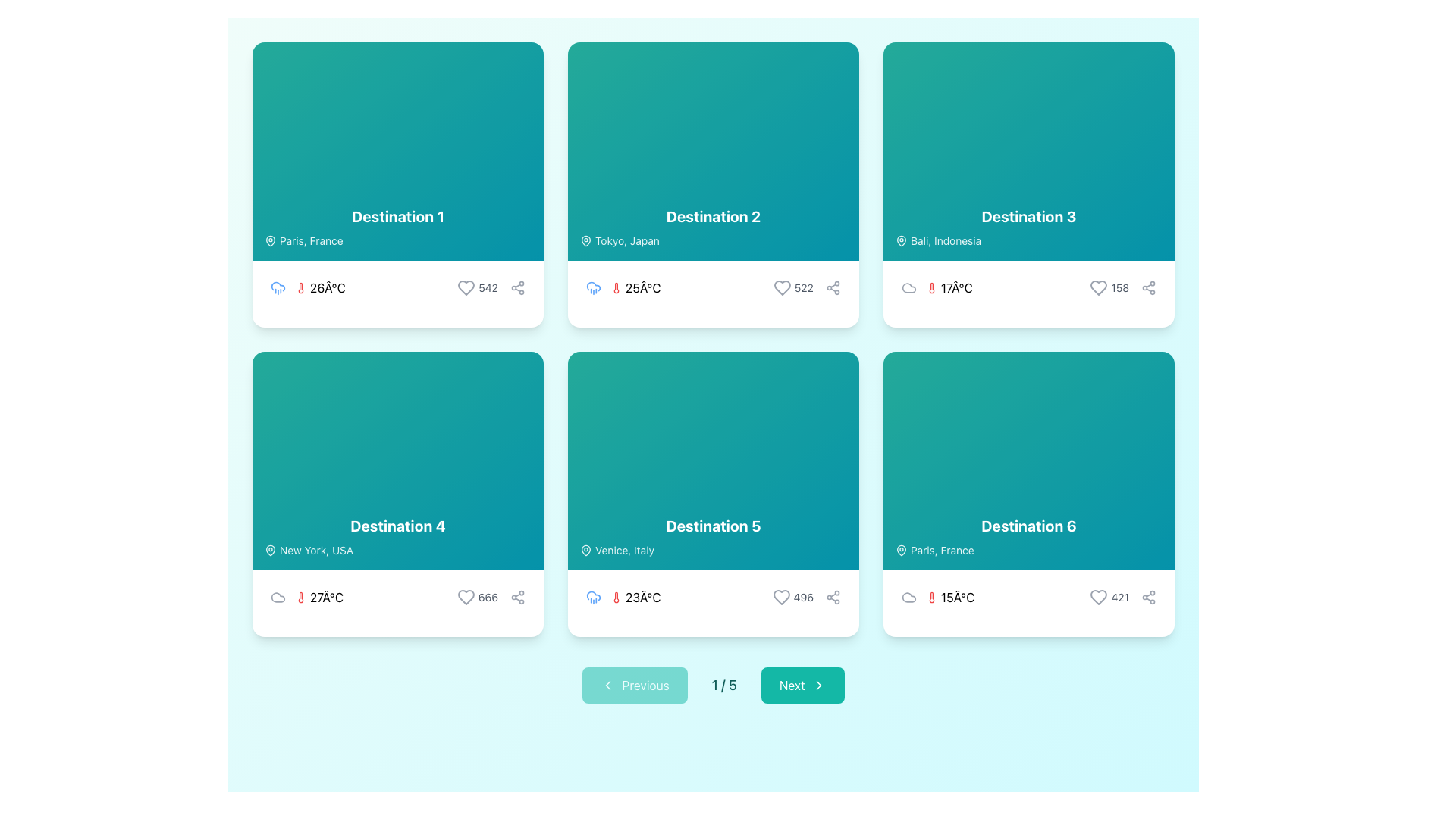 The width and height of the screenshot is (1456, 819). What do you see at coordinates (1120, 596) in the screenshot?
I see `the text label displaying a numerical value in the bottom-right section of the card labeled 'Destination 6'` at bounding box center [1120, 596].